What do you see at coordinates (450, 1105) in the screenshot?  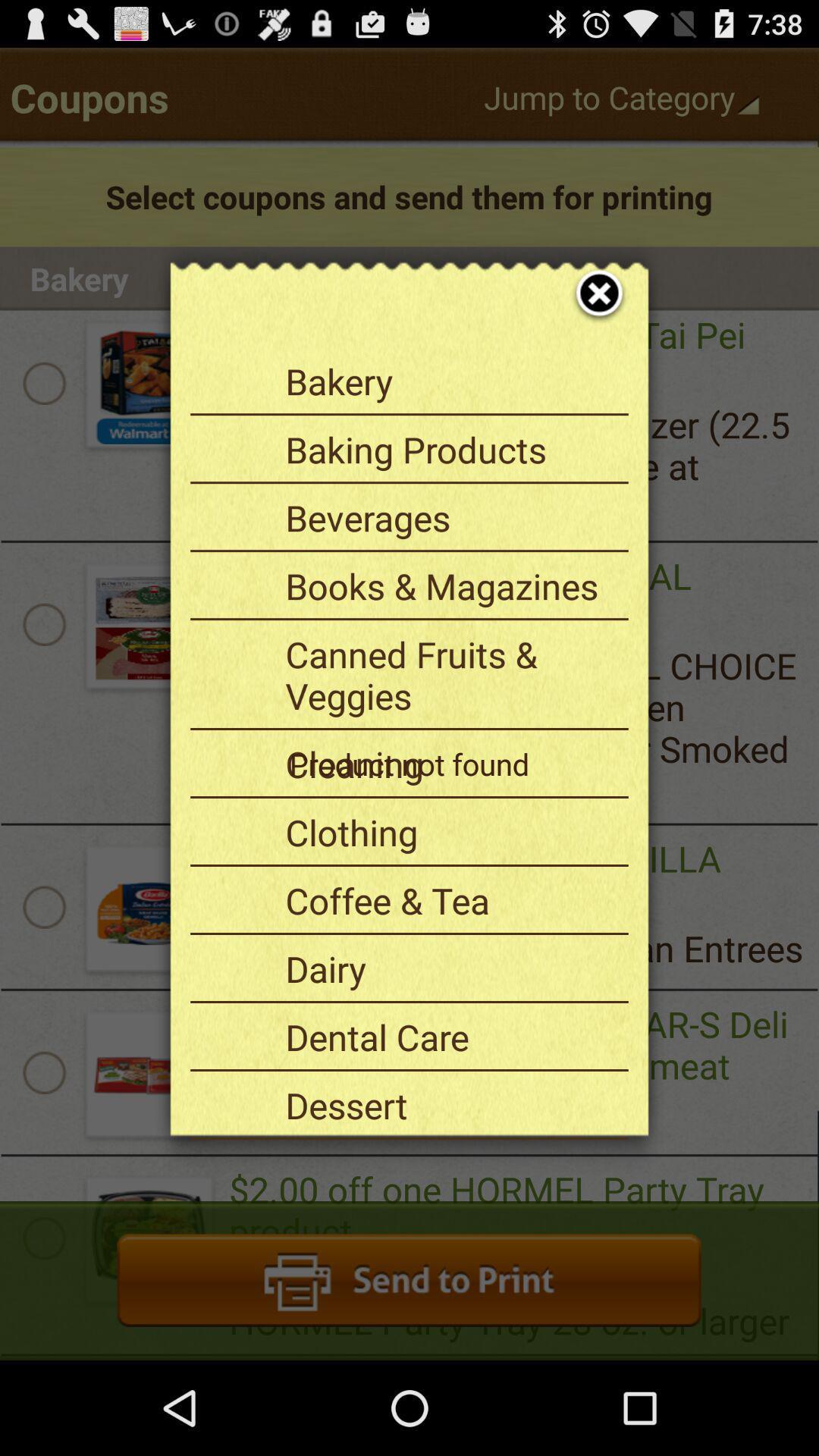 I see `the icon above the fruits & veggies item` at bounding box center [450, 1105].